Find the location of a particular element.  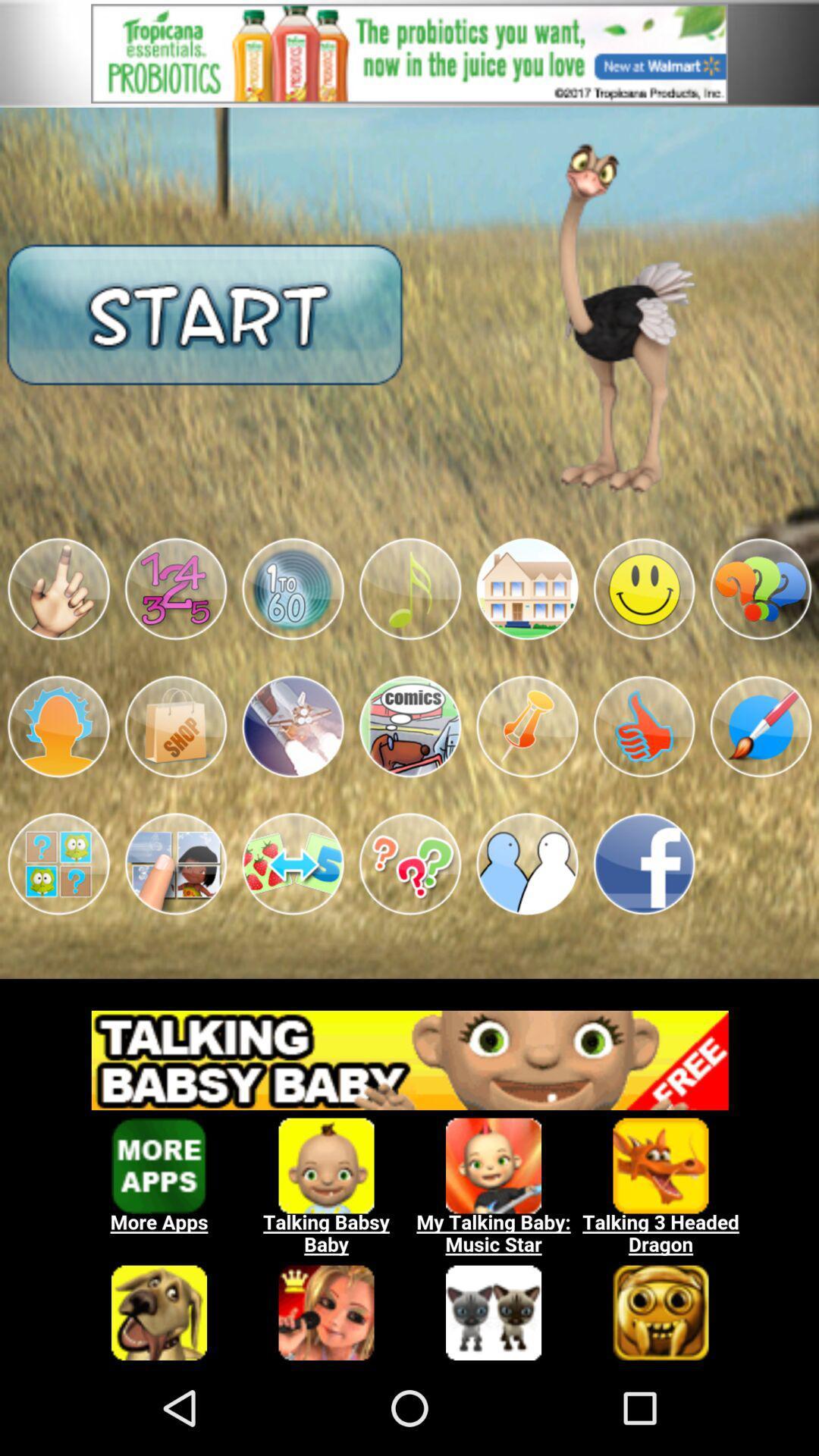

music is located at coordinates (409, 588).